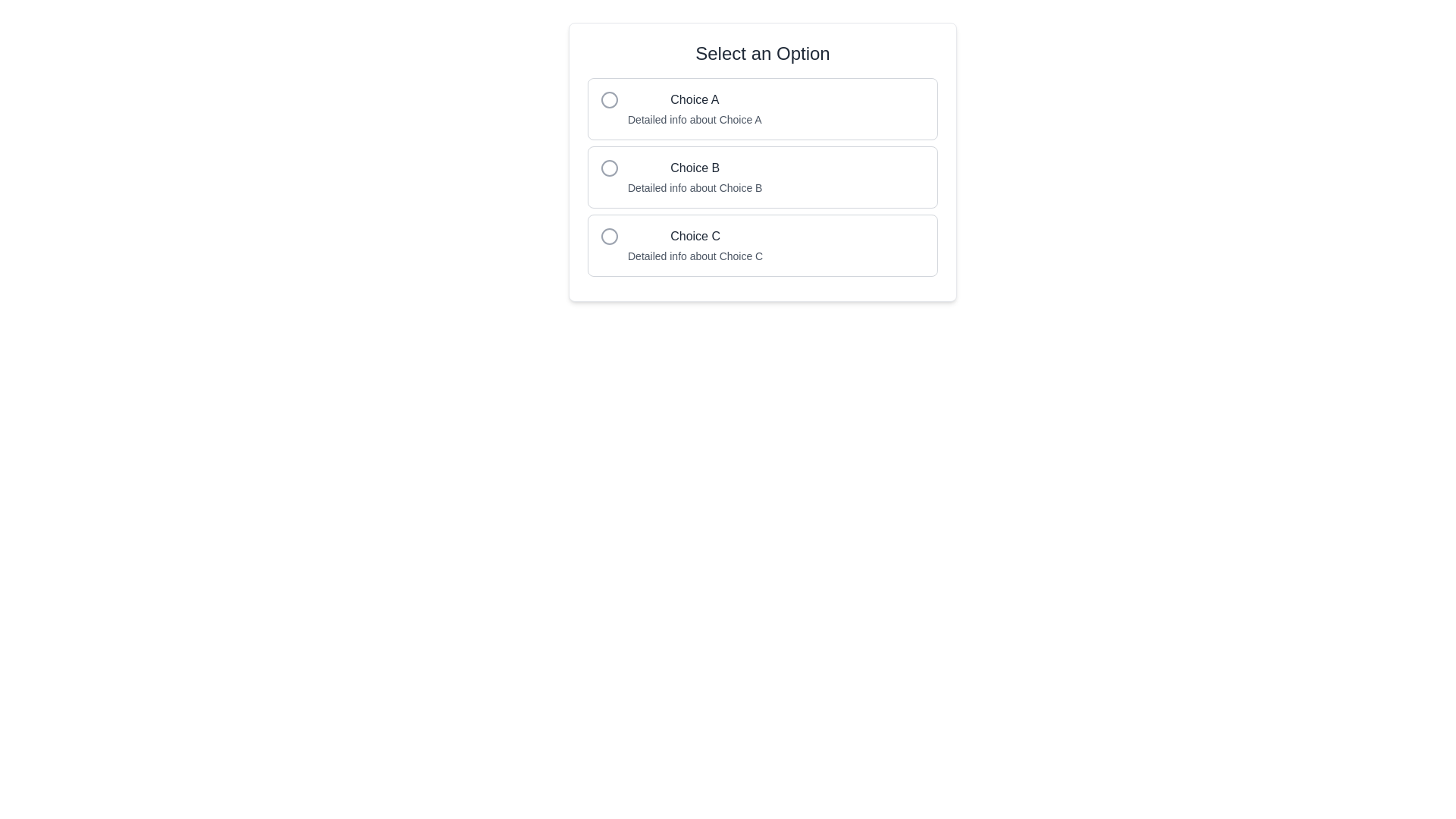 This screenshot has width=1456, height=819. Describe the element at coordinates (694, 108) in the screenshot. I see `the static text block titled 'Choice A' which includes a description 'Detailed info about Choice A', located in the first selectable option of a vertical list, above 'Choice B' and 'Choice C'` at that location.